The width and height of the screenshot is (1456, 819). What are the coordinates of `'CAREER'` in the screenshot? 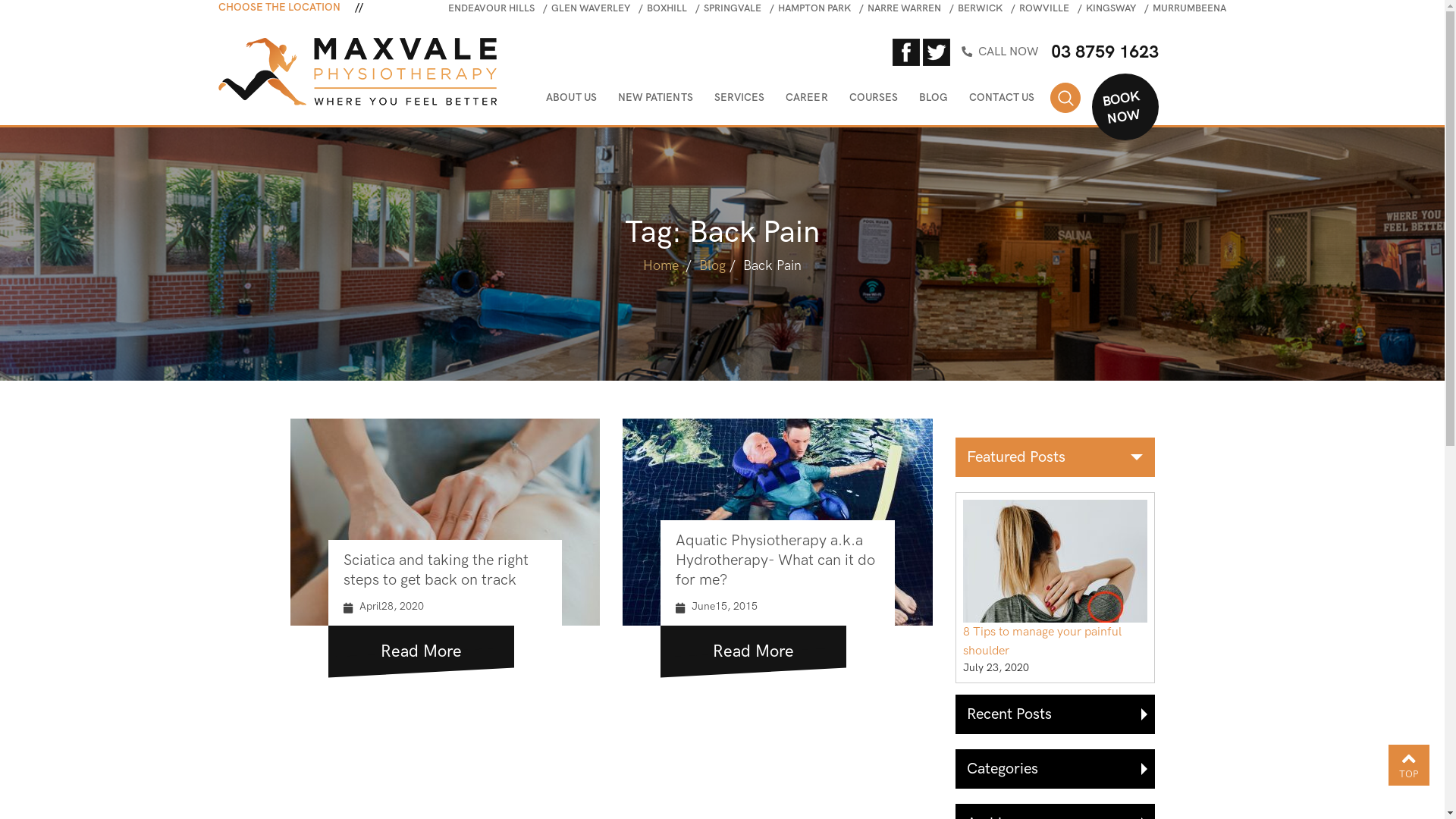 It's located at (805, 100).